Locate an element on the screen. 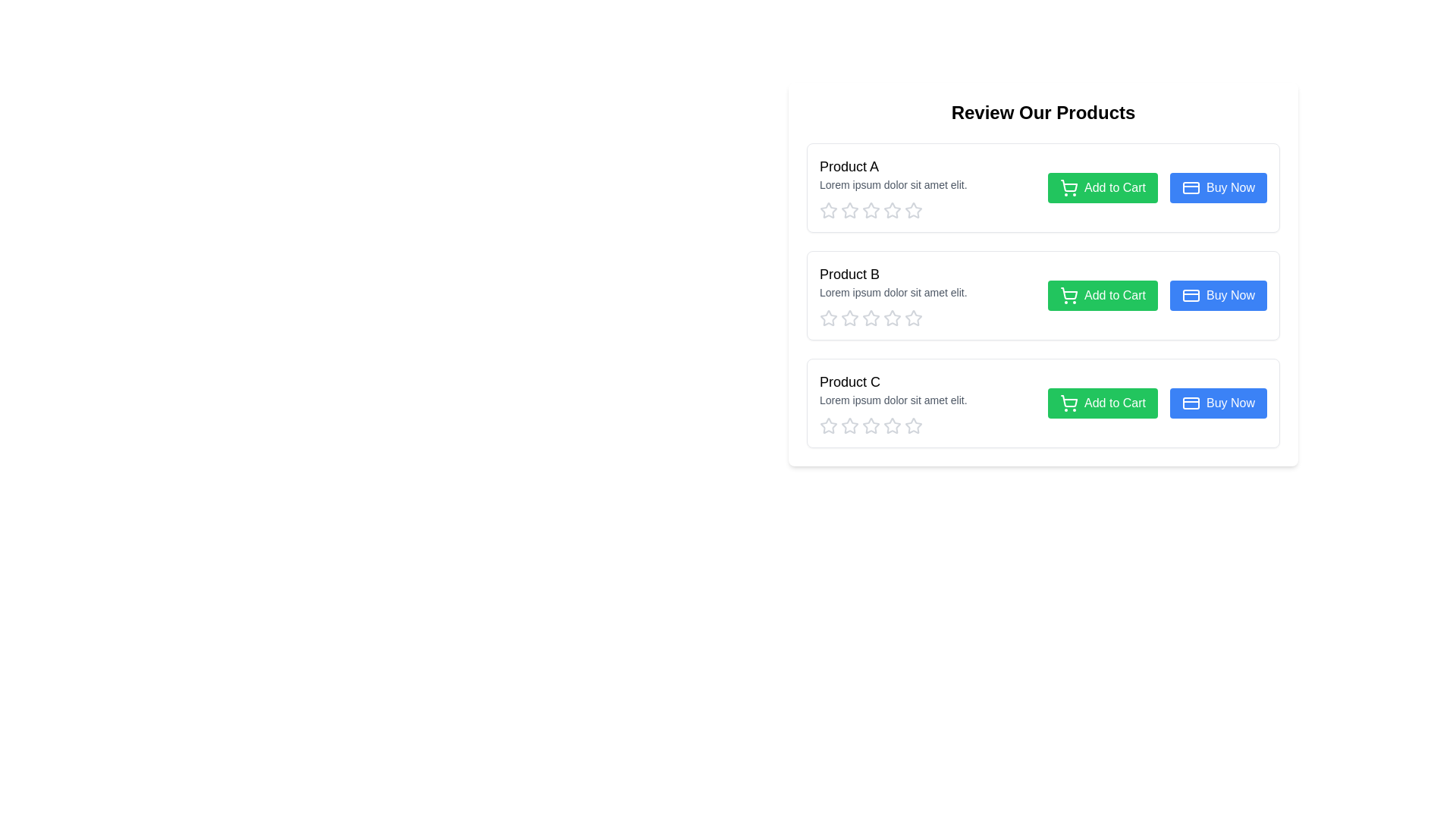 The height and width of the screenshot is (819, 1456). the 'Add to Cart' button located at the bottom right of the 'Product C' card is located at coordinates (1156, 403).